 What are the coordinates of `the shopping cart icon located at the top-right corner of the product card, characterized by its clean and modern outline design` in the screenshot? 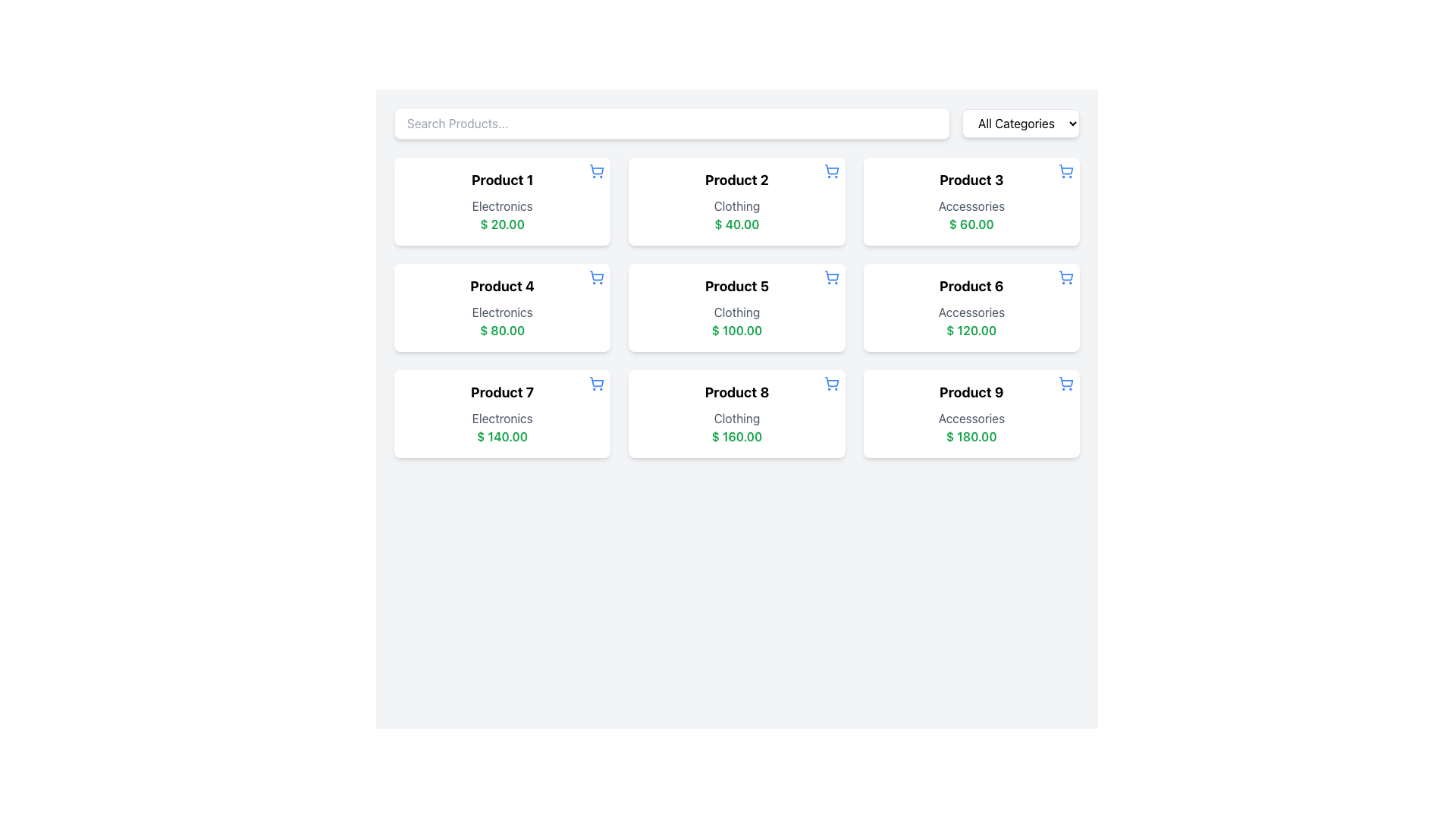 It's located at (596, 381).